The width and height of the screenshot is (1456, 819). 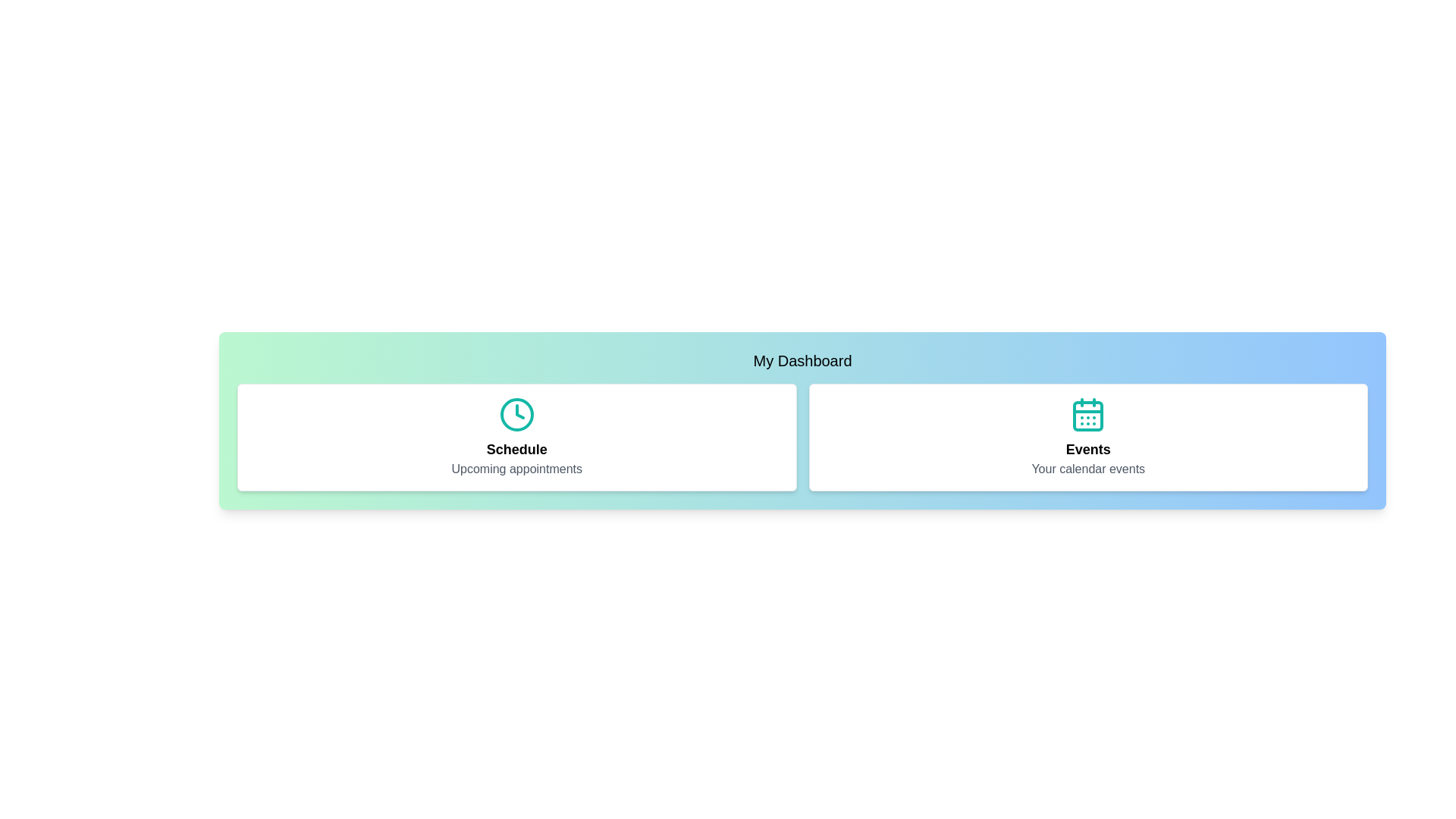 What do you see at coordinates (516, 468) in the screenshot?
I see `the Text label that describes upcoming appointments, located beneath the 'Schedule' heading and clock icon in the left-hand section of the UI` at bounding box center [516, 468].